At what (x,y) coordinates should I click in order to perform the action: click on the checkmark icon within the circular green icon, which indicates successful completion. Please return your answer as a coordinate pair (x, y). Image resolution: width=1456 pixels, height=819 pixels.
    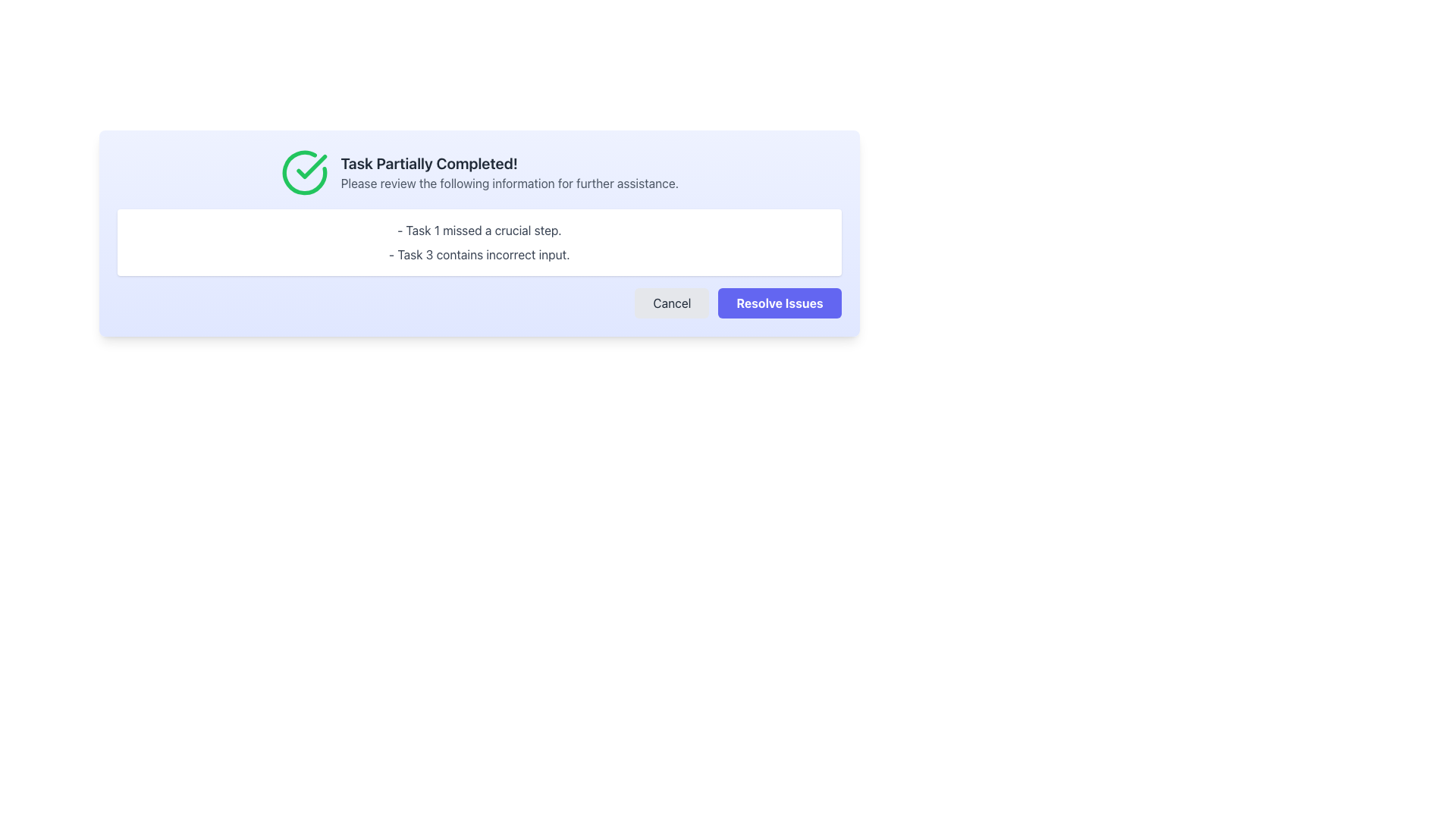
    Looking at the image, I should click on (310, 166).